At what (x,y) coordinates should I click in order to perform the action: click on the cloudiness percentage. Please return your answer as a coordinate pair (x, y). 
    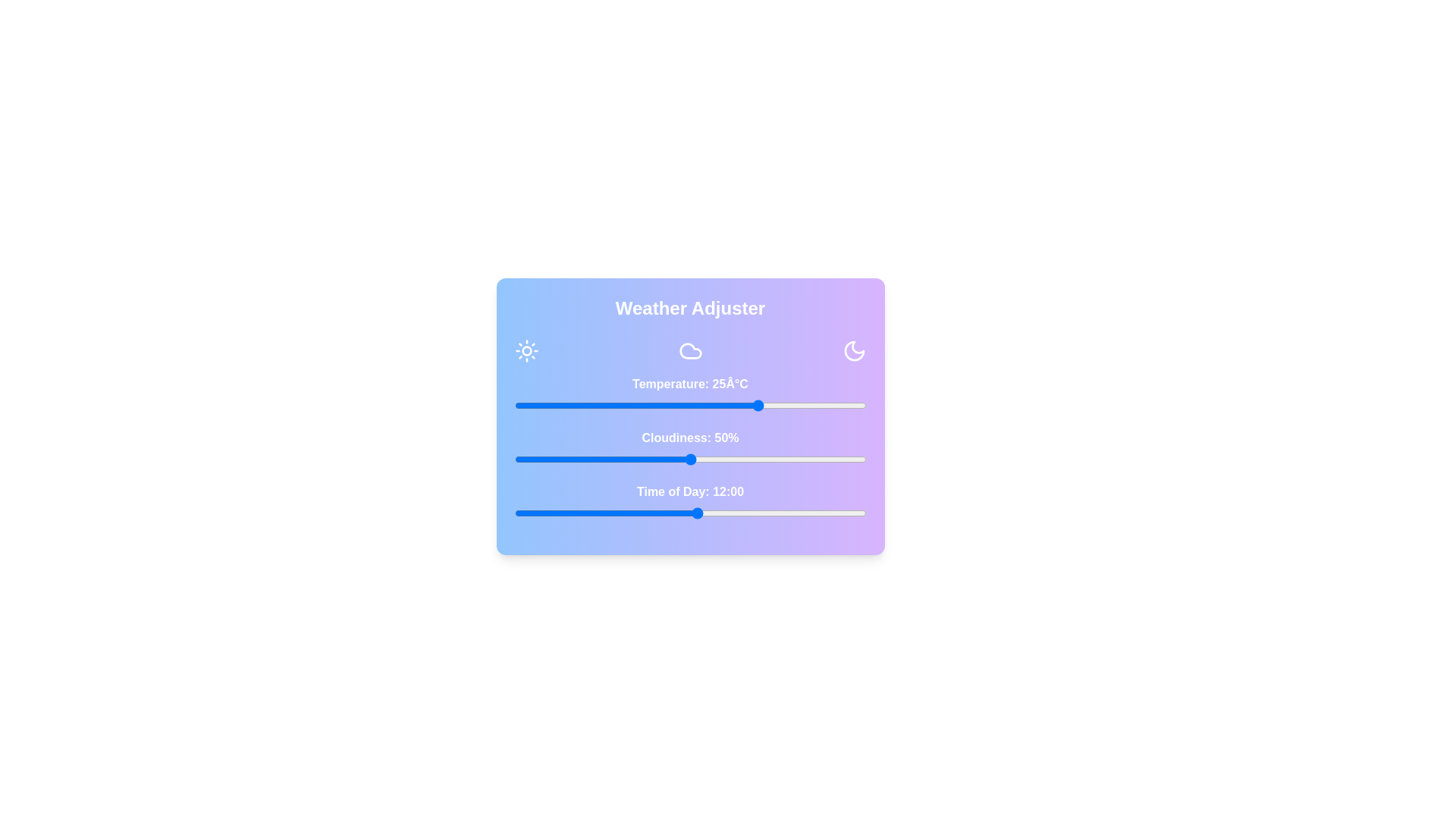
    Looking at the image, I should click on (750, 458).